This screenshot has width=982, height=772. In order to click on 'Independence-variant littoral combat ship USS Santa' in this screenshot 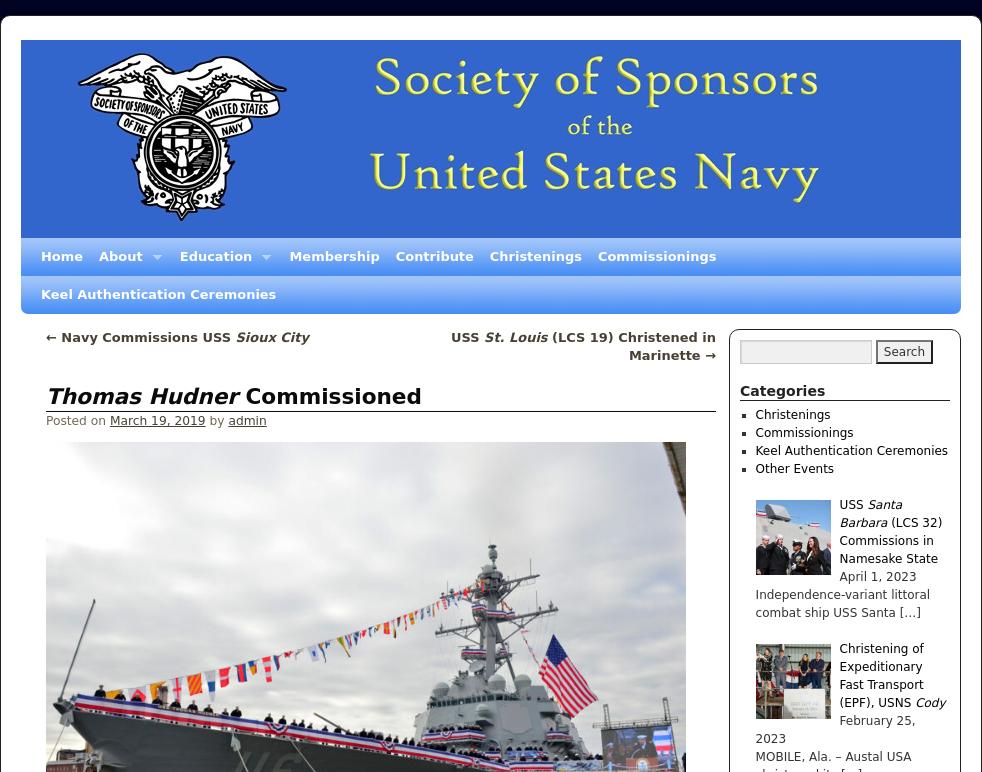, I will do `click(842, 604)`.